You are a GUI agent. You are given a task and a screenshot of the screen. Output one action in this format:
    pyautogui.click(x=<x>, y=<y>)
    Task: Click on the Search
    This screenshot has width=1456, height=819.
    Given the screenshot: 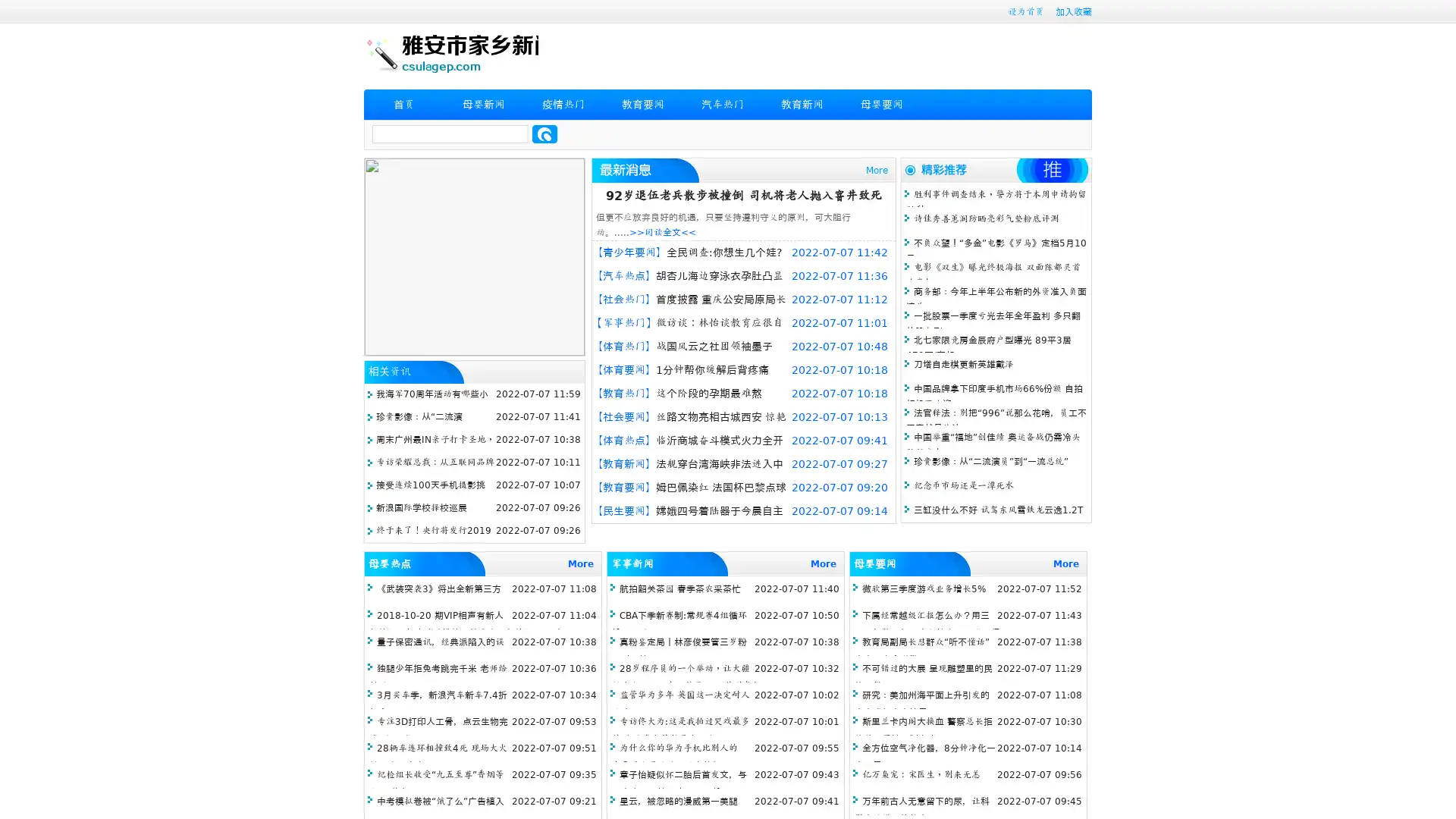 What is the action you would take?
    pyautogui.click(x=544, y=133)
    